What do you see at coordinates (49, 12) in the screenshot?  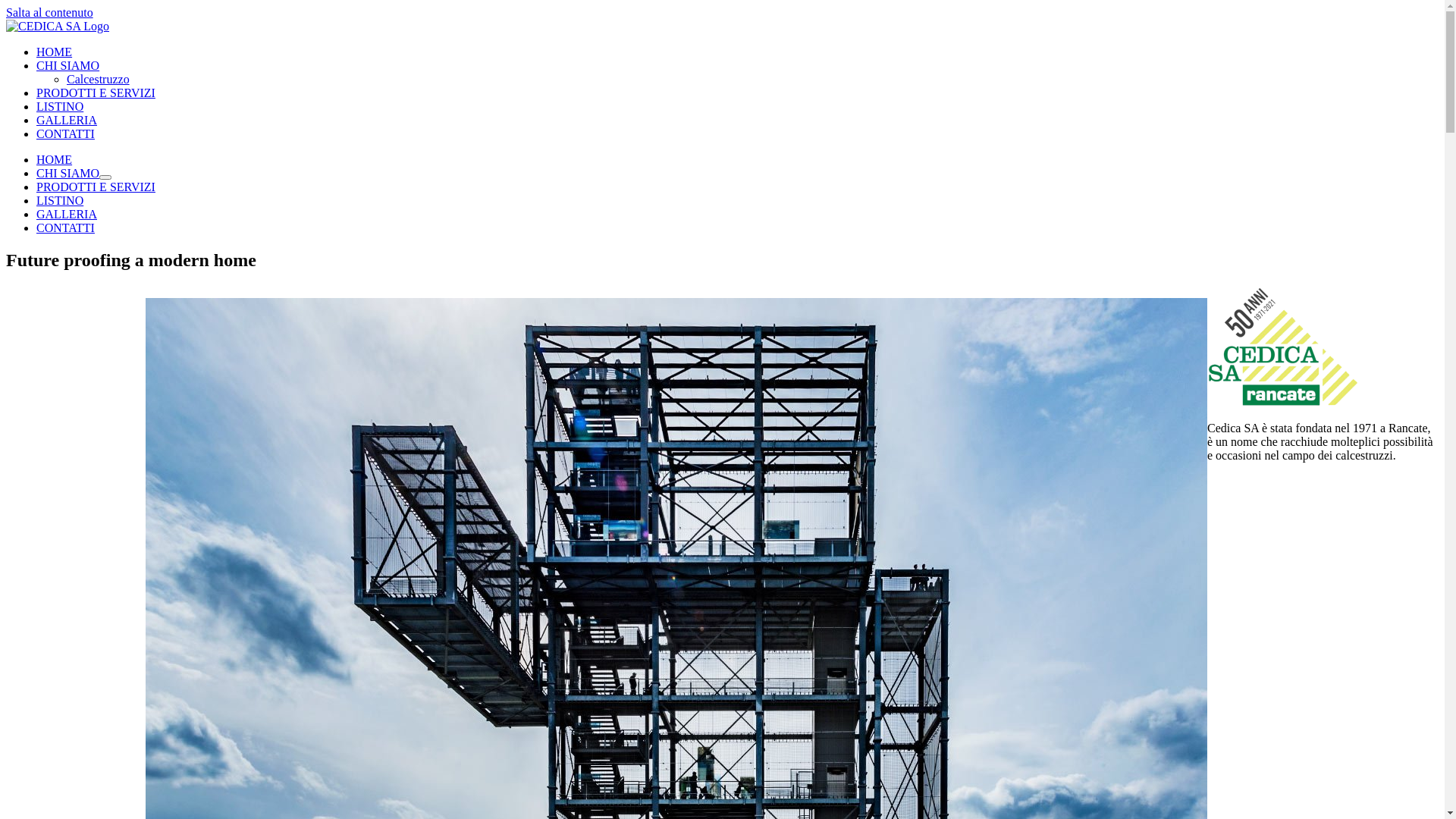 I see `'Salta al contenuto'` at bounding box center [49, 12].